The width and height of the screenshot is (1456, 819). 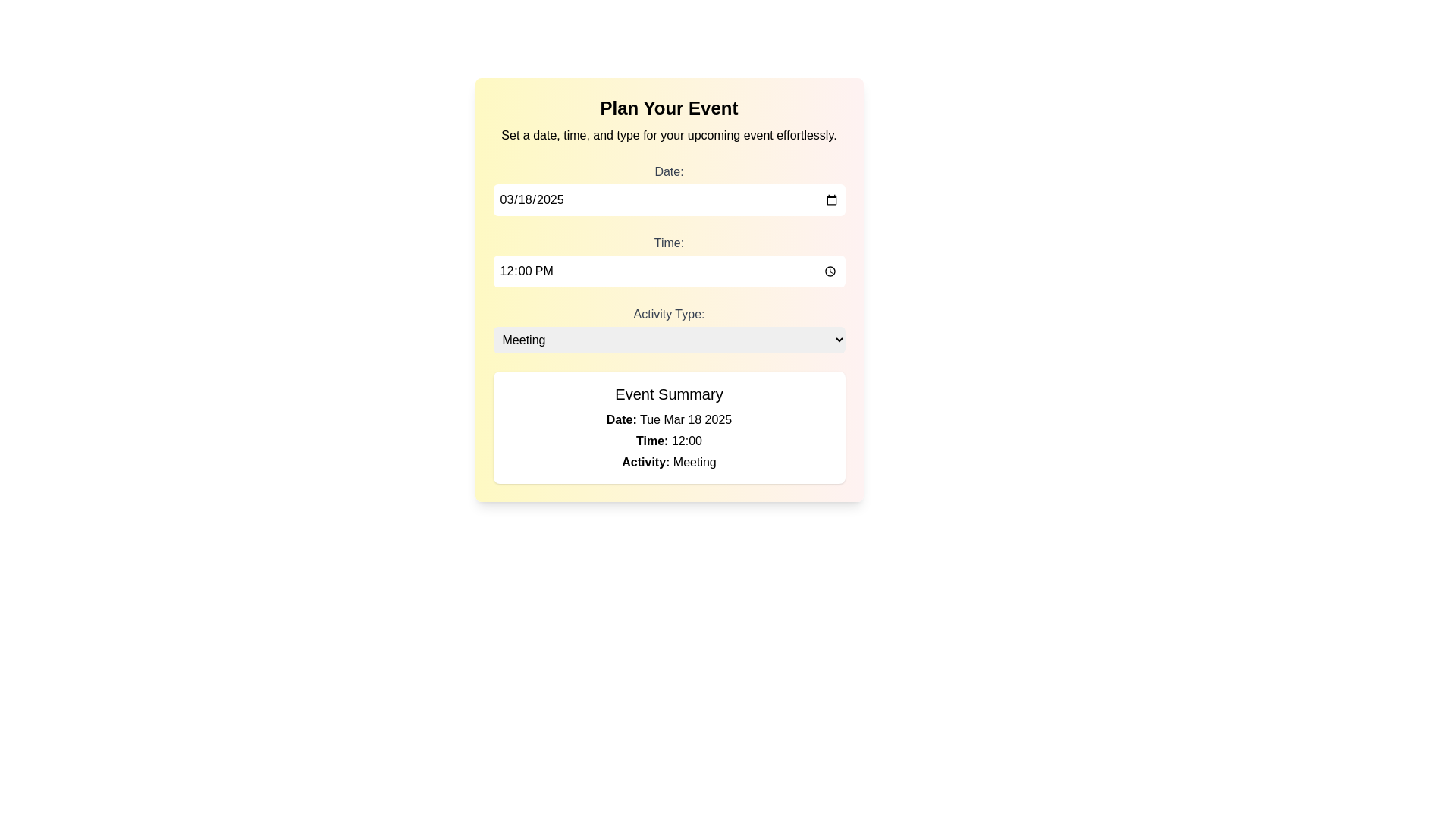 What do you see at coordinates (668, 461) in the screenshot?
I see `the static text label that displays 'Meeting', located at the bottom of the 'Event Summary' box, following 'Date' and 'Time'` at bounding box center [668, 461].